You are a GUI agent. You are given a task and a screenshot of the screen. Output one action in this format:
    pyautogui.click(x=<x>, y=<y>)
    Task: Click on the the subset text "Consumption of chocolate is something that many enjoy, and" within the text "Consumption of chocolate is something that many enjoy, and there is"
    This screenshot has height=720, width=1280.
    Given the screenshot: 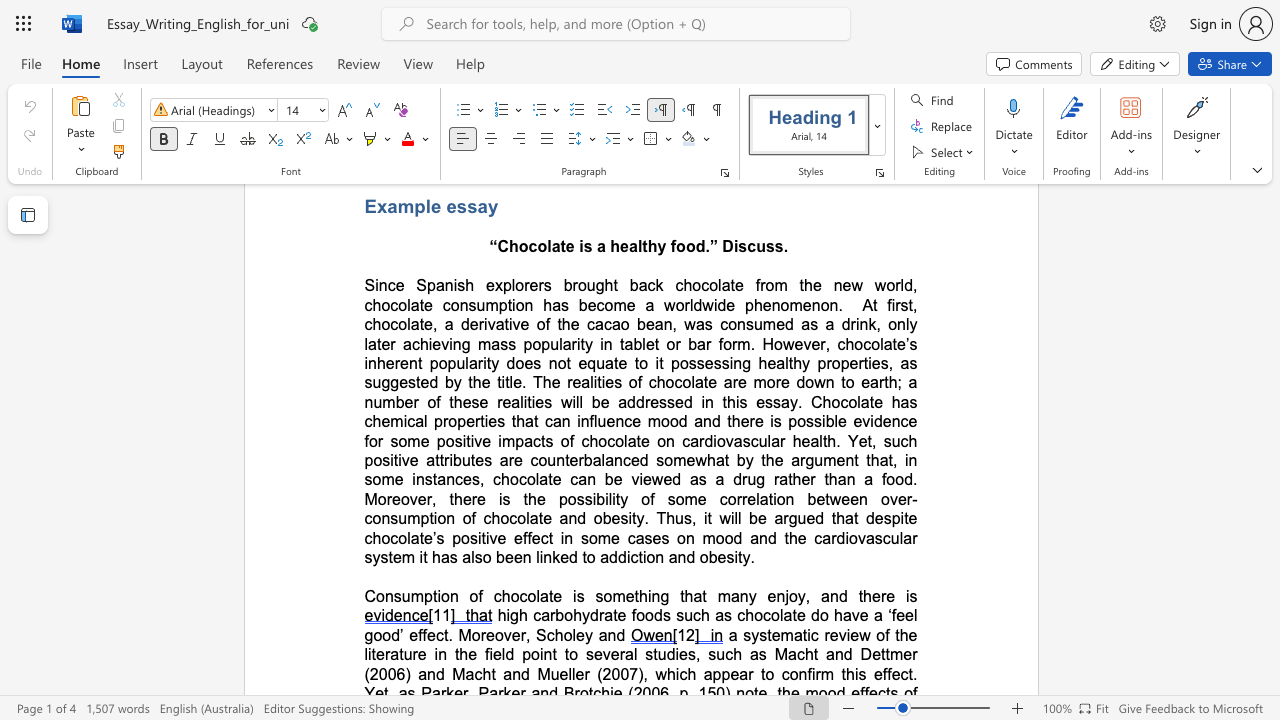 What is the action you would take?
    pyautogui.click(x=364, y=595)
    